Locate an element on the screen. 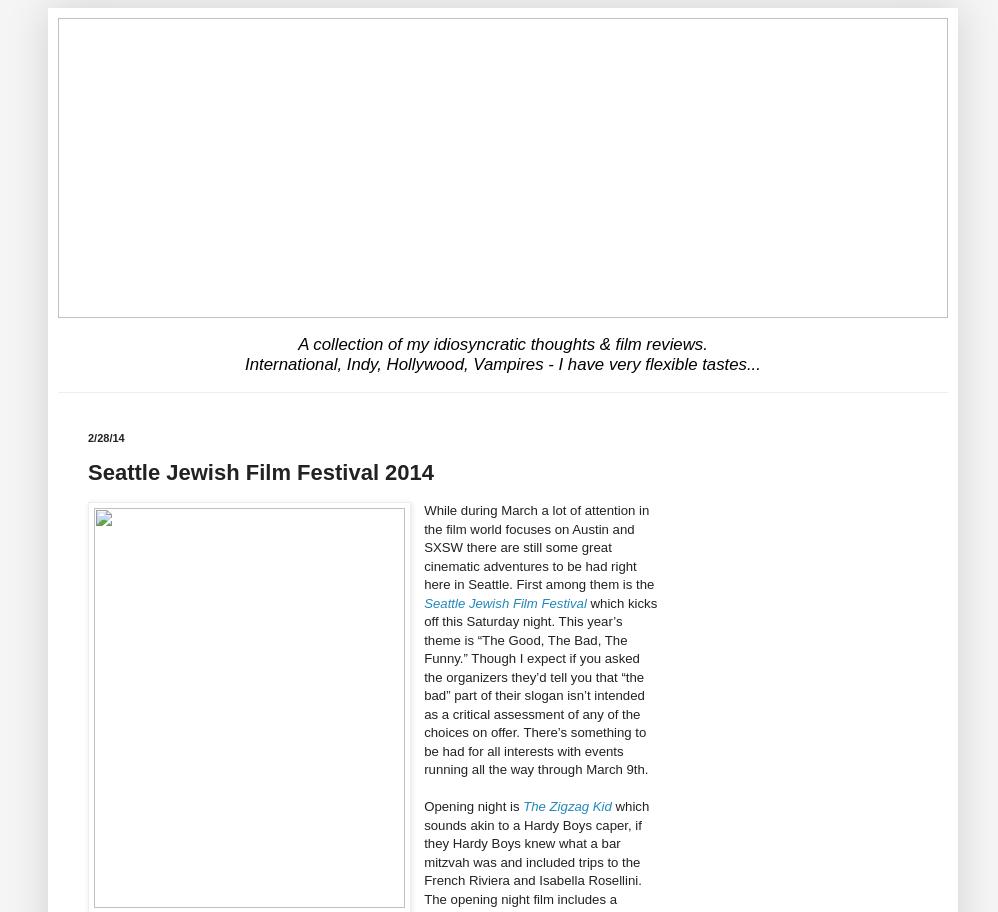 The height and width of the screenshot is (912, 998). 'which kicks off this Saturday night. This year’s theme is “The Good, The Bad, The Funny.” Though I expect if you asked the organizers they’d tell you that “the bad” part of their slogan isn’t intended as a critical assessment of any of the choices on offer. There’s something to be had for all interests with events running all the way through March 9th.' is located at coordinates (423, 686).